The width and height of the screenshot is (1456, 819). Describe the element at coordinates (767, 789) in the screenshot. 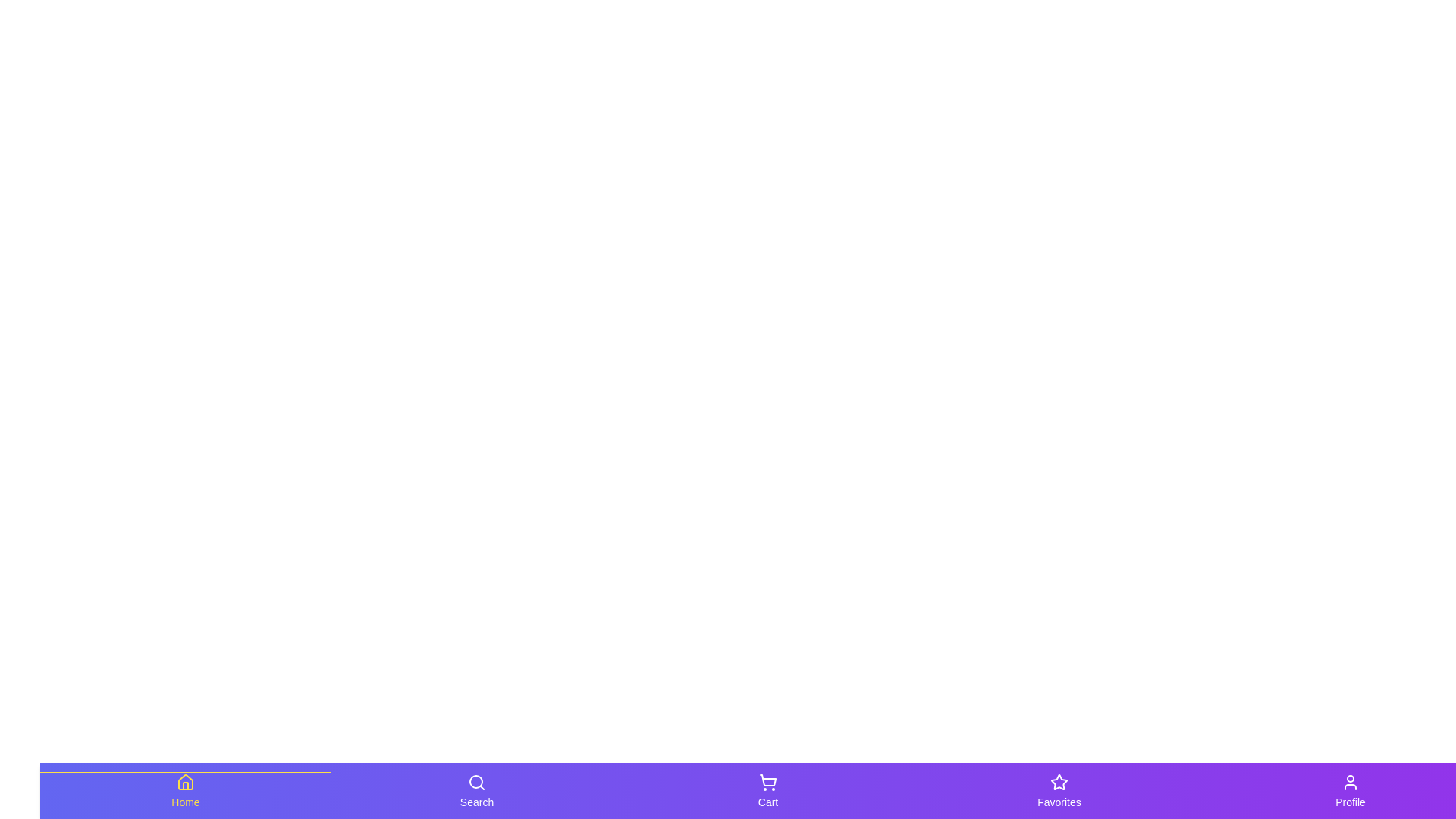

I see `the navigation tab labeled Cart` at that location.